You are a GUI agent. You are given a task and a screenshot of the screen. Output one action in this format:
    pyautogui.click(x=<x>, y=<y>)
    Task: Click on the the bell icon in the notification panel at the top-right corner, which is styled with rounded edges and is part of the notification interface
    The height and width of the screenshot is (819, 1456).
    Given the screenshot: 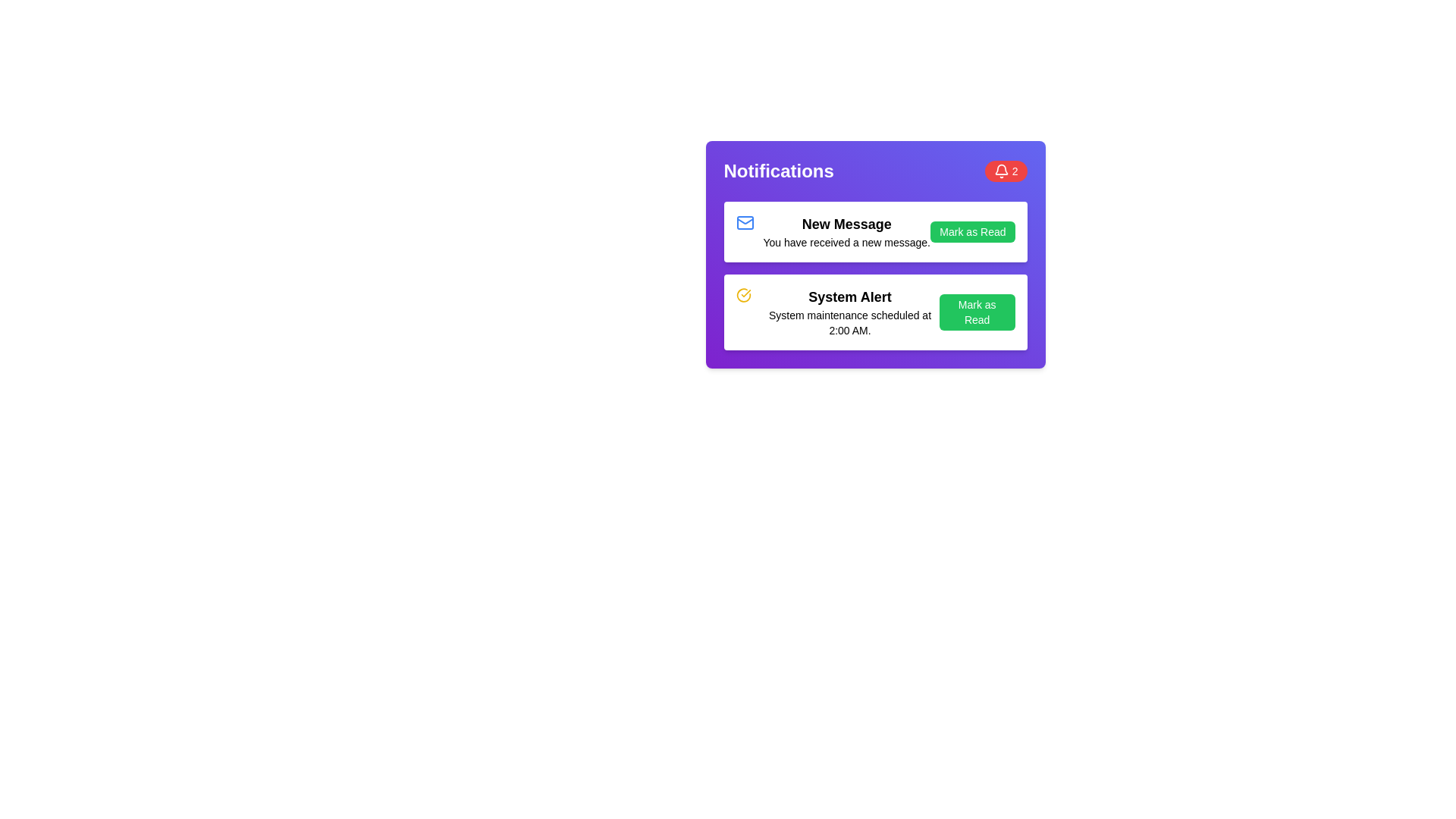 What is the action you would take?
    pyautogui.click(x=1001, y=169)
    